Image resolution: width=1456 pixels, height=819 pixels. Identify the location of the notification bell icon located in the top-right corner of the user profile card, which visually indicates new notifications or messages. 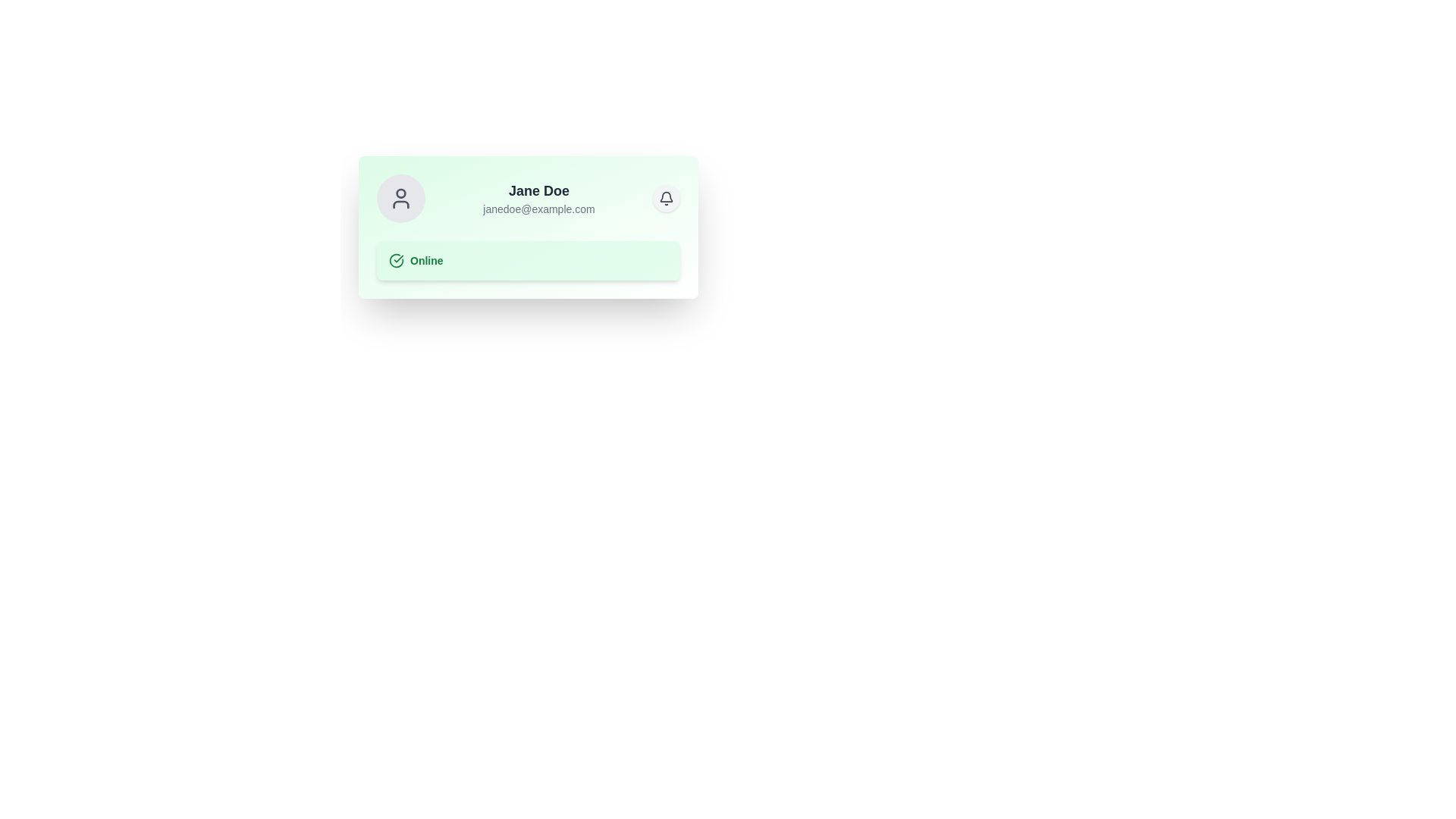
(666, 196).